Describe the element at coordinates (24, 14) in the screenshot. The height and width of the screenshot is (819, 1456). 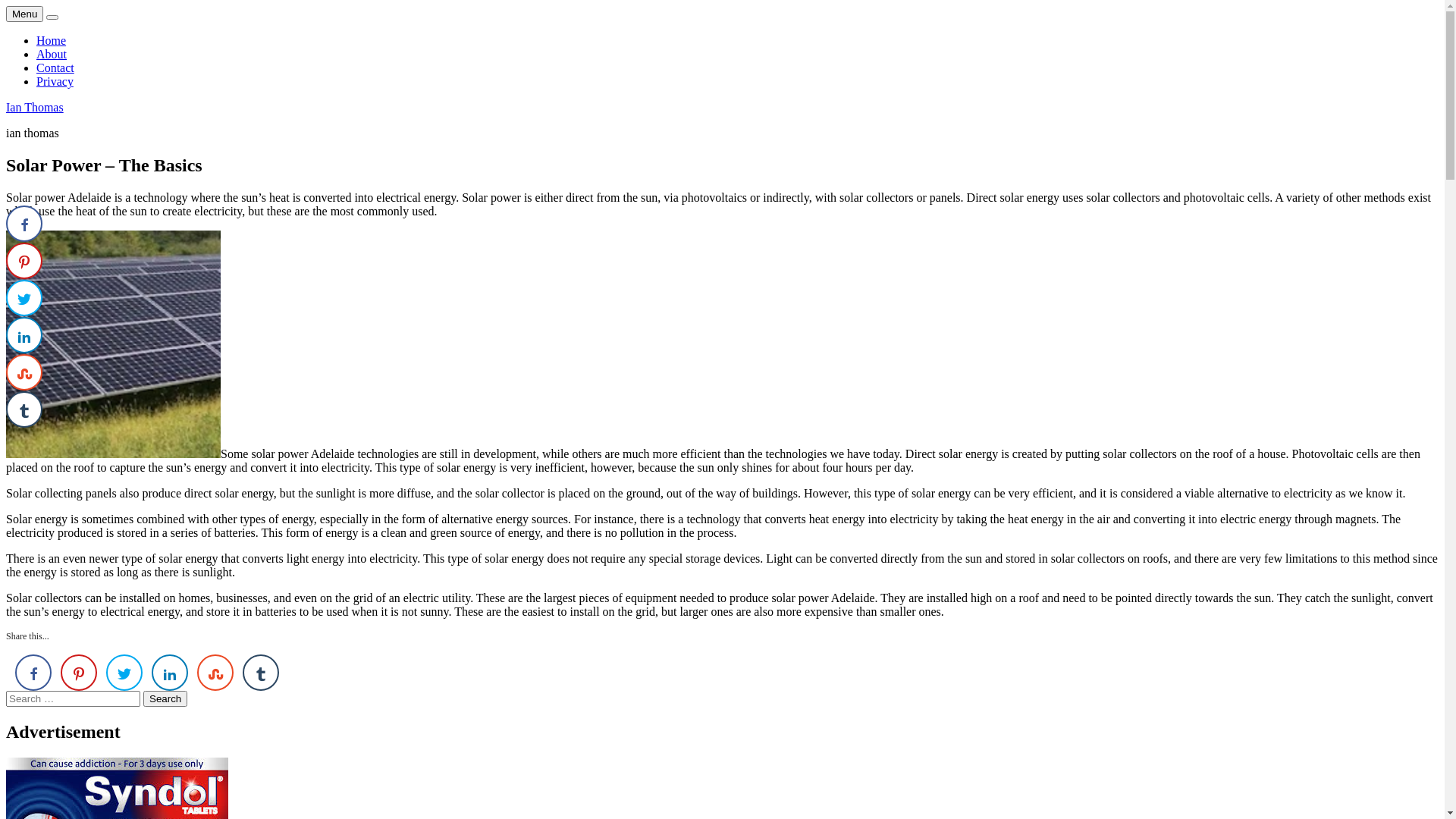
I see `'Menu'` at that location.